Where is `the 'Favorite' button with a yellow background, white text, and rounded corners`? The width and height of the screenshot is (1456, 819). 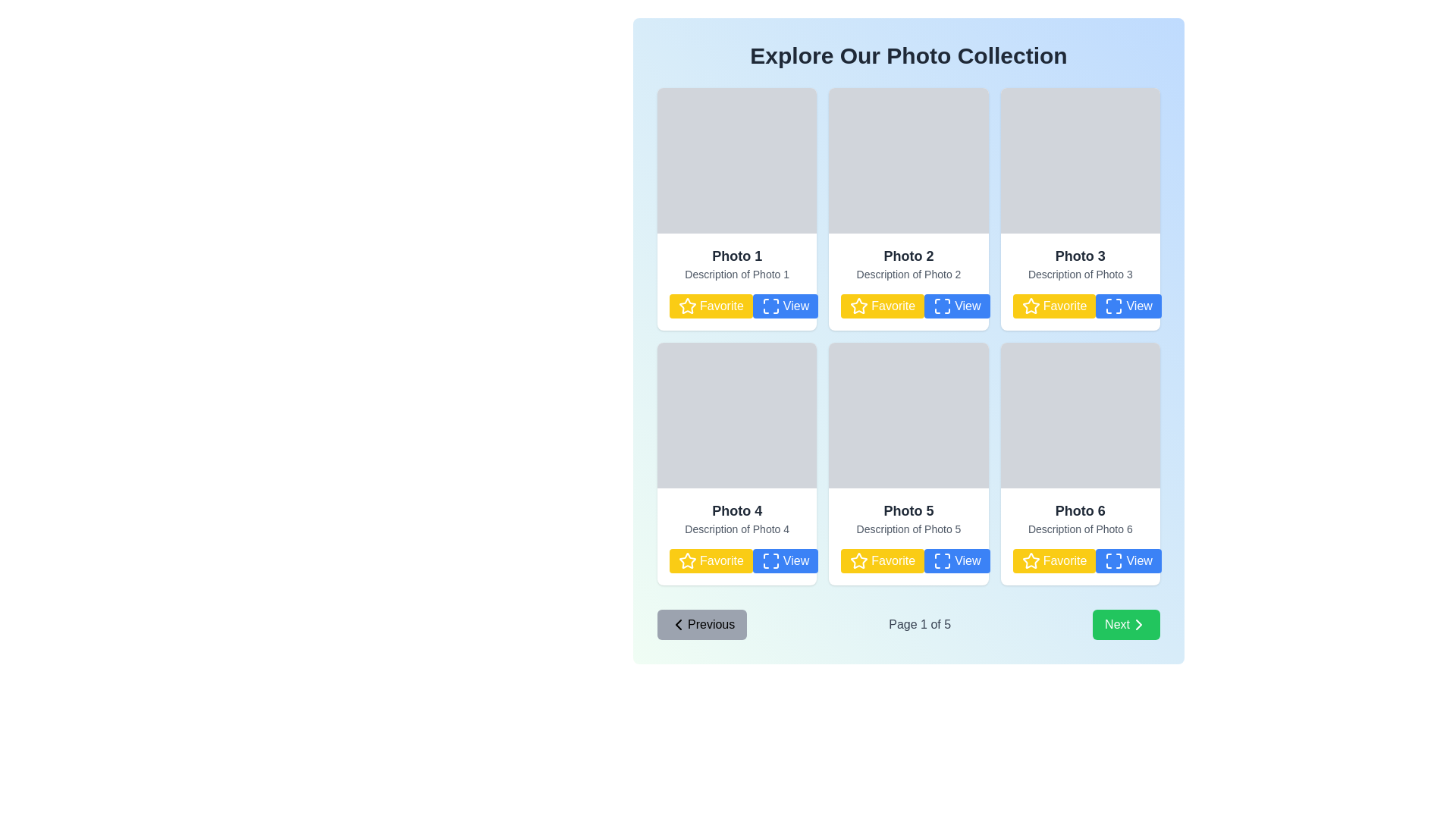 the 'Favorite' button with a yellow background, white text, and rounded corners is located at coordinates (883, 306).